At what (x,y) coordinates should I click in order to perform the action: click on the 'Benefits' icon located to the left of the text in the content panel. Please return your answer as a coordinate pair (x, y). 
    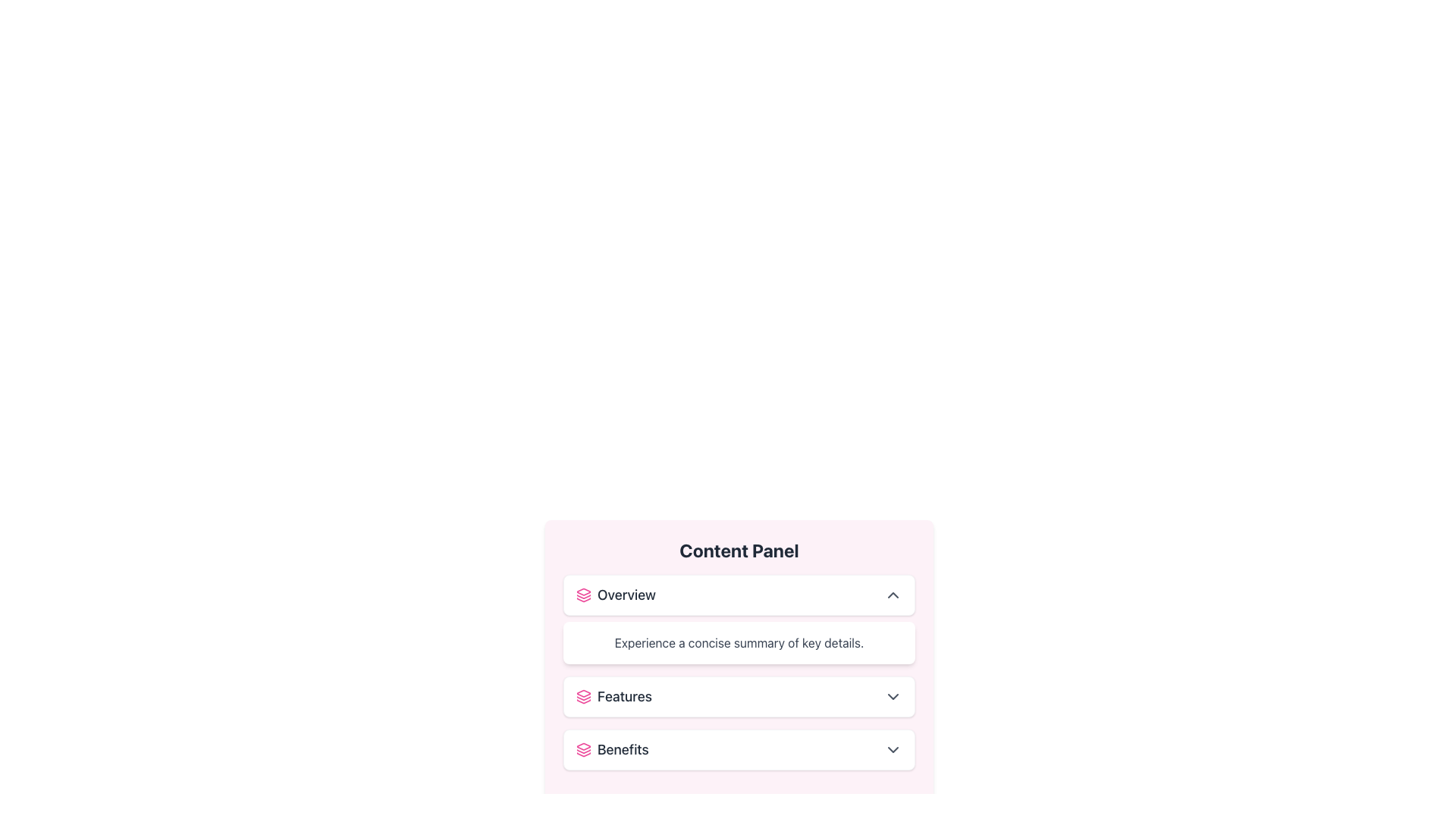
    Looking at the image, I should click on (582, 748).